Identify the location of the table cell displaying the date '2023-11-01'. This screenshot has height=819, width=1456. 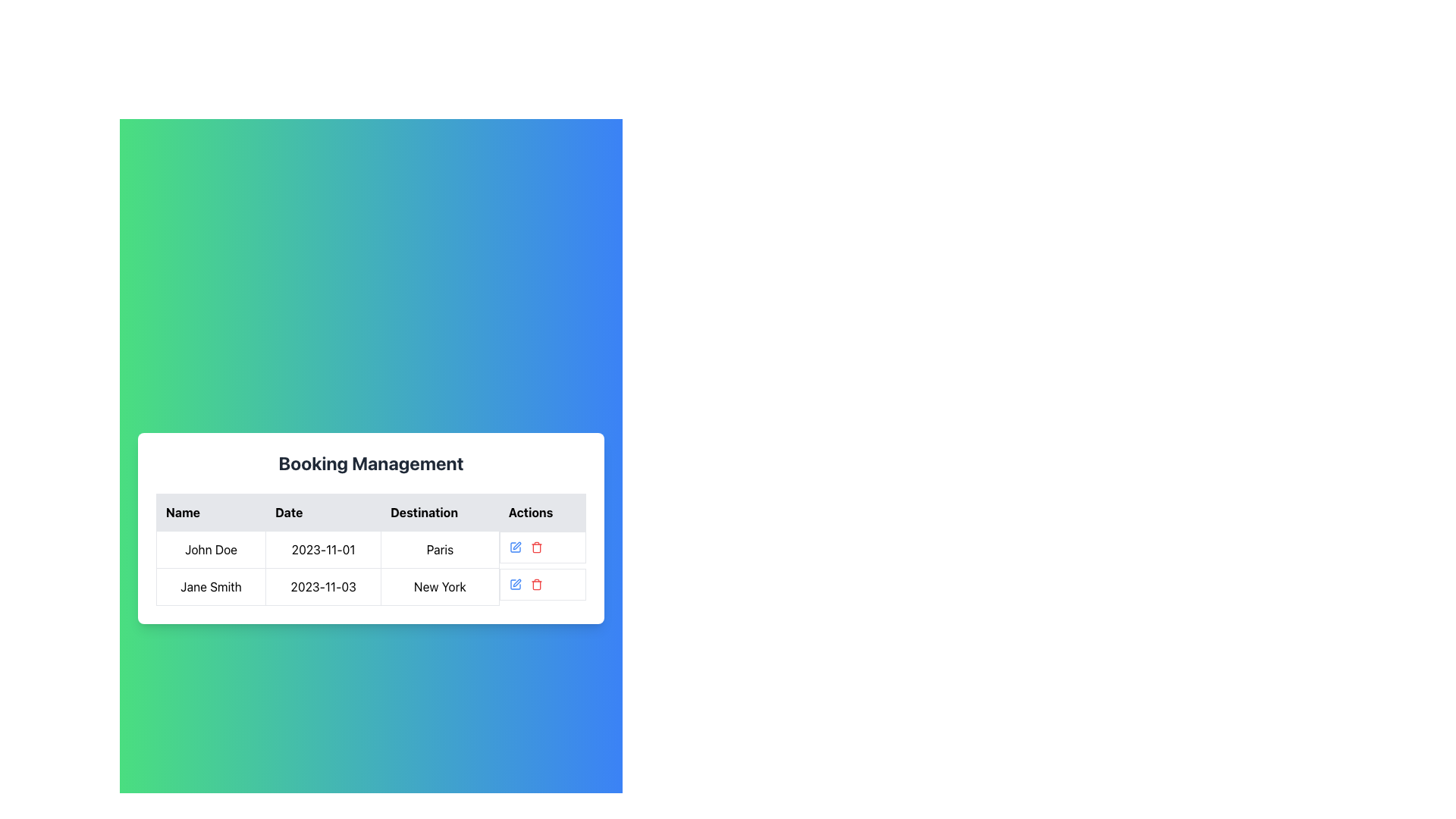
(371, 550).